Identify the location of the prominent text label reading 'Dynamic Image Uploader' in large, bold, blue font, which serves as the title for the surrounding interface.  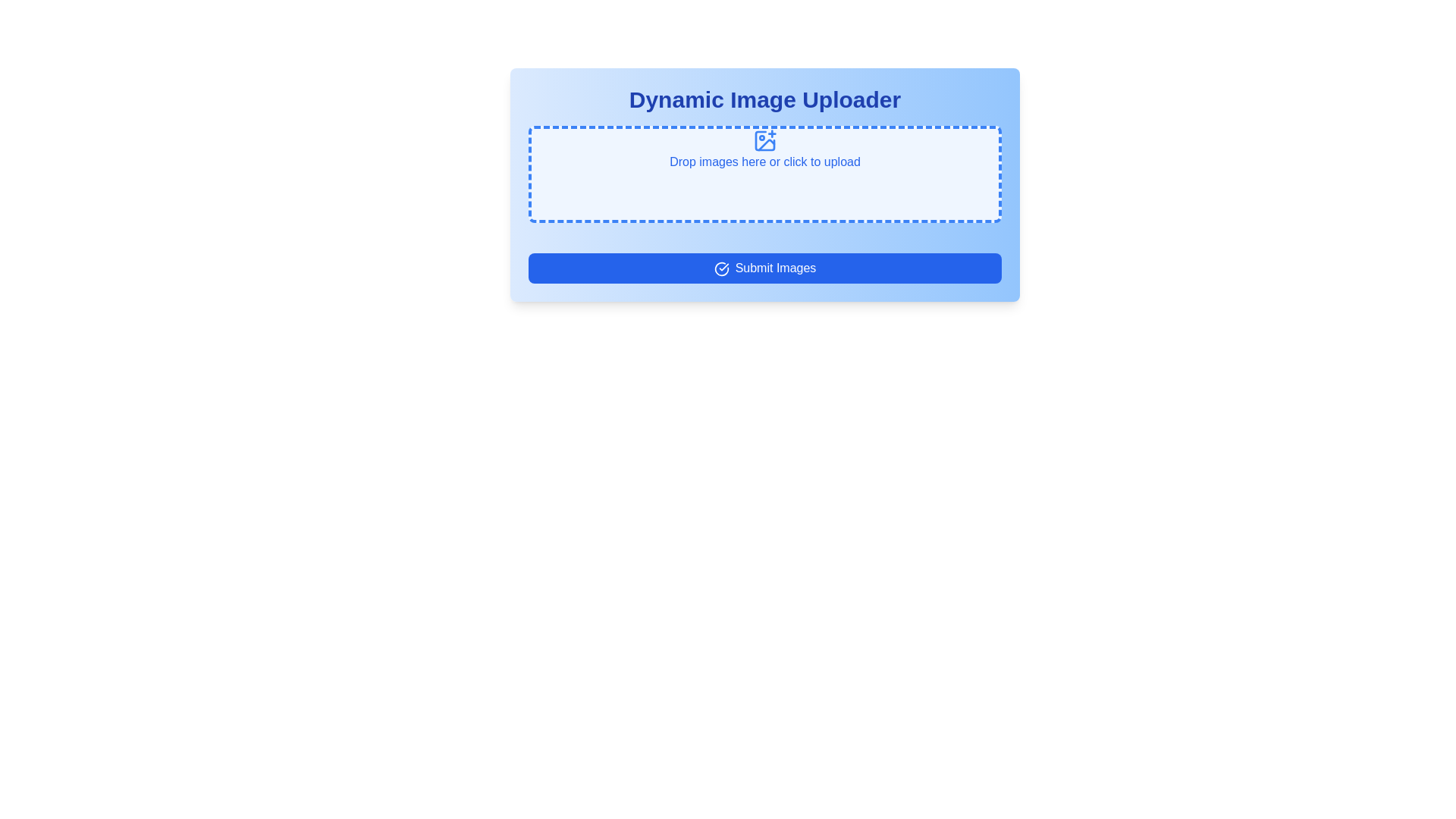
(764, 99).